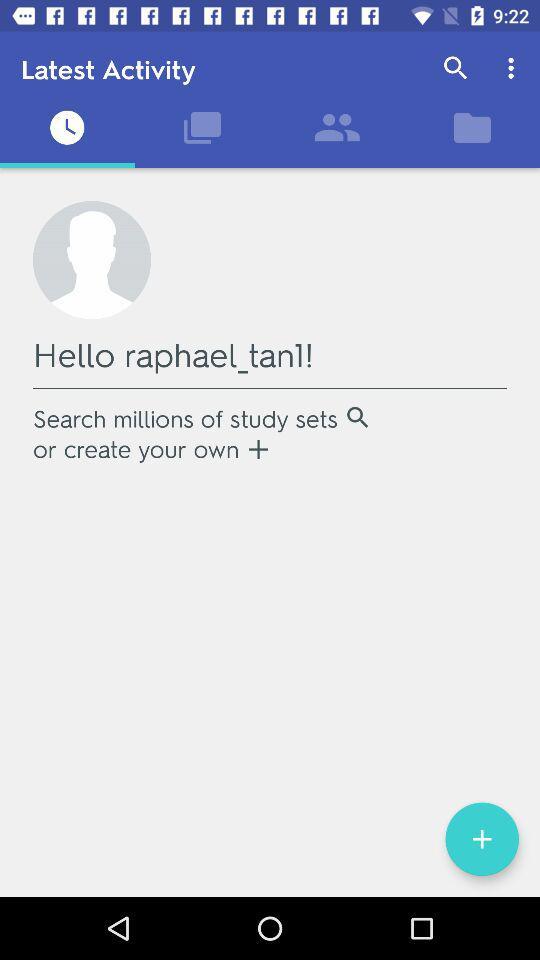 Image resolution: width=540 pixels, height=960 pixels. What do you see at coordinates (481, 839) in the screenshot?
I see `the icon at the bottom right corner` at bounding box center [481, 839].